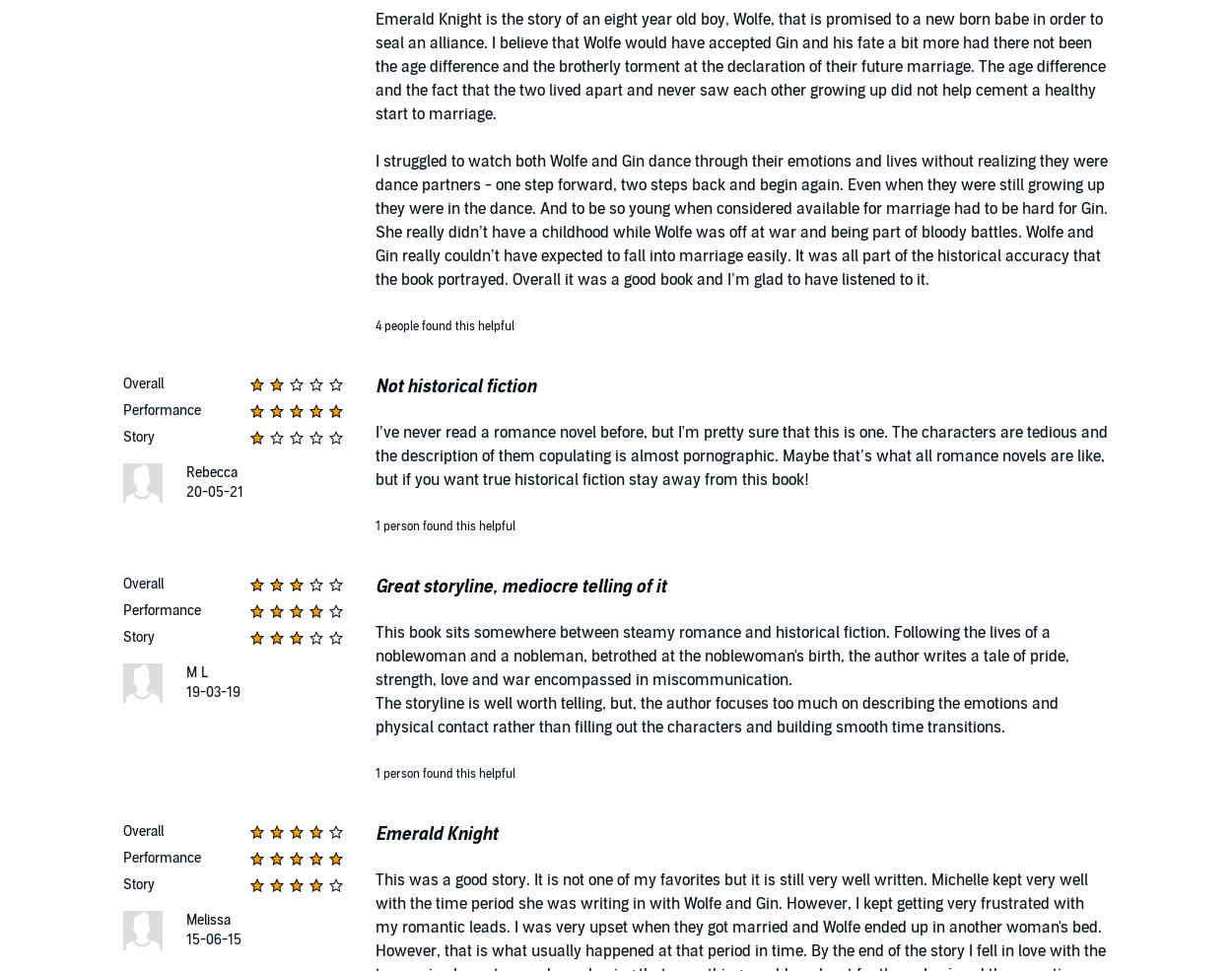 Image resolution: width=1232 pixels, height=971 pixels. Describe the element at coordinates (454, 386) in the screenshot. I see `'Not historical fiction'` at that location.